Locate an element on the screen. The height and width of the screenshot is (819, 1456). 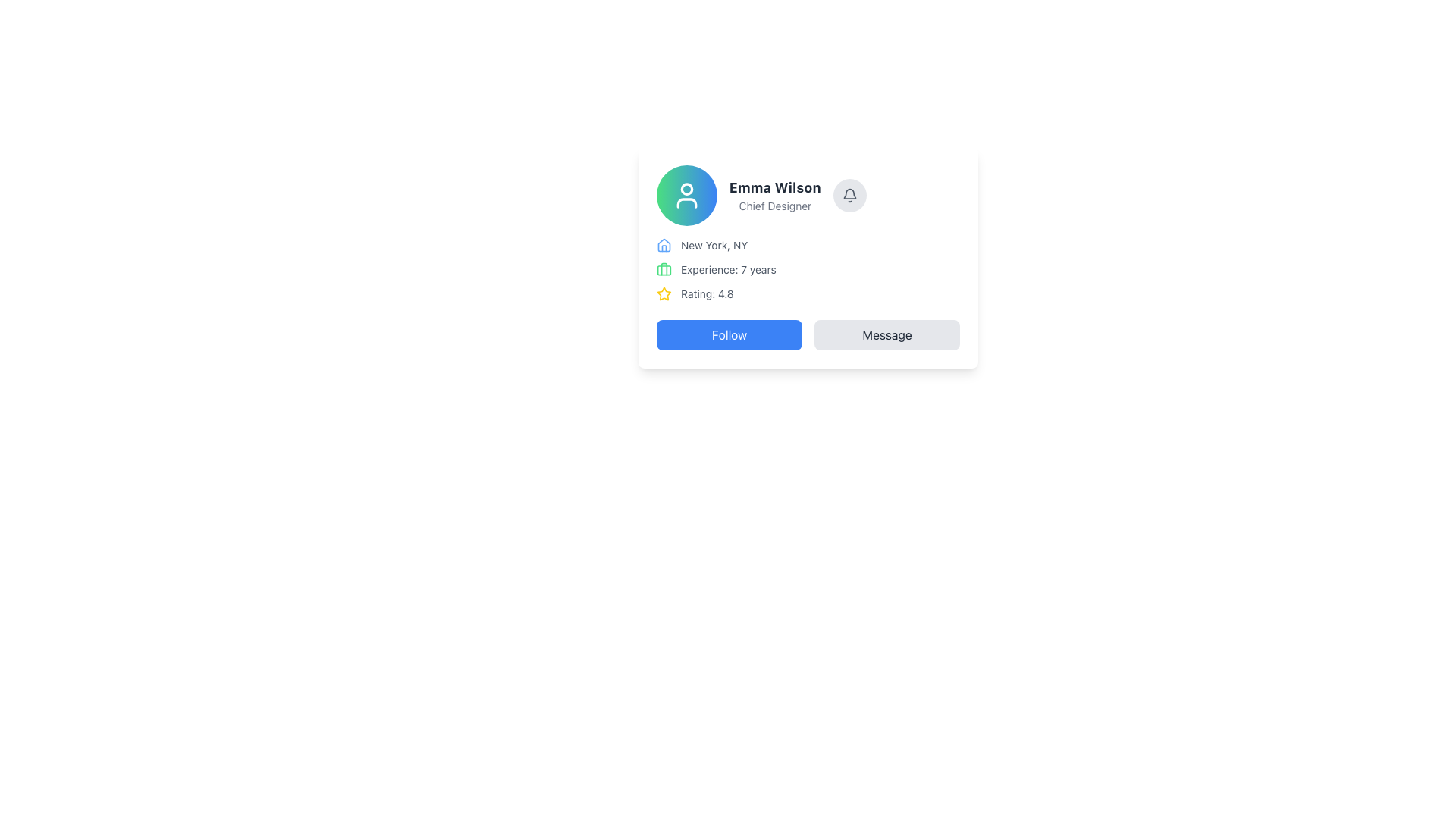
the text label 'Chief Designer' located below 'Emma Wilson' in the upper section of the profile card is located at coordinates (775, 206).